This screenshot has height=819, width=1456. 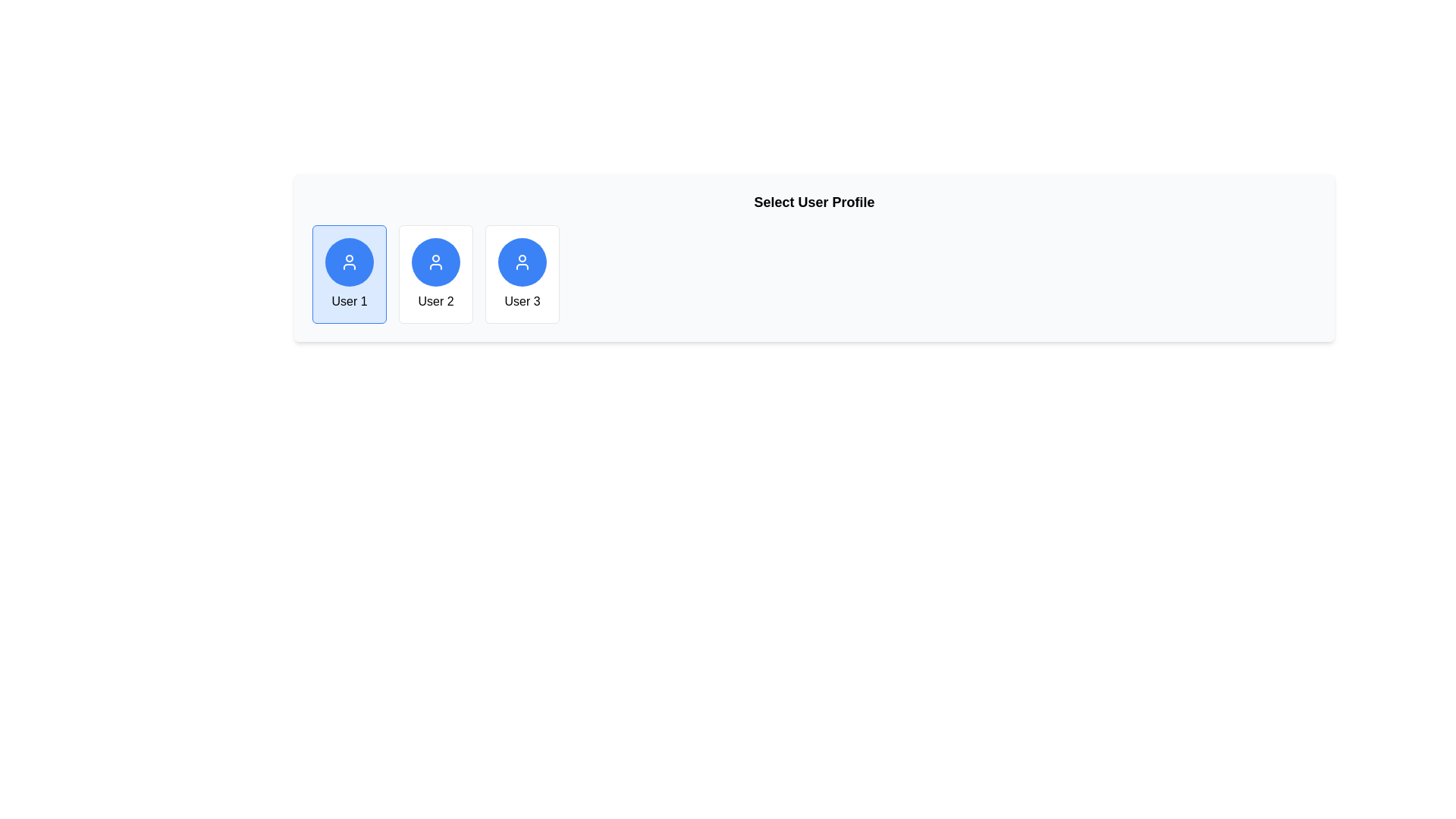 I want to click on the user icon for the 'User 3' profile option, which is centered, so click(x=522, y=262).